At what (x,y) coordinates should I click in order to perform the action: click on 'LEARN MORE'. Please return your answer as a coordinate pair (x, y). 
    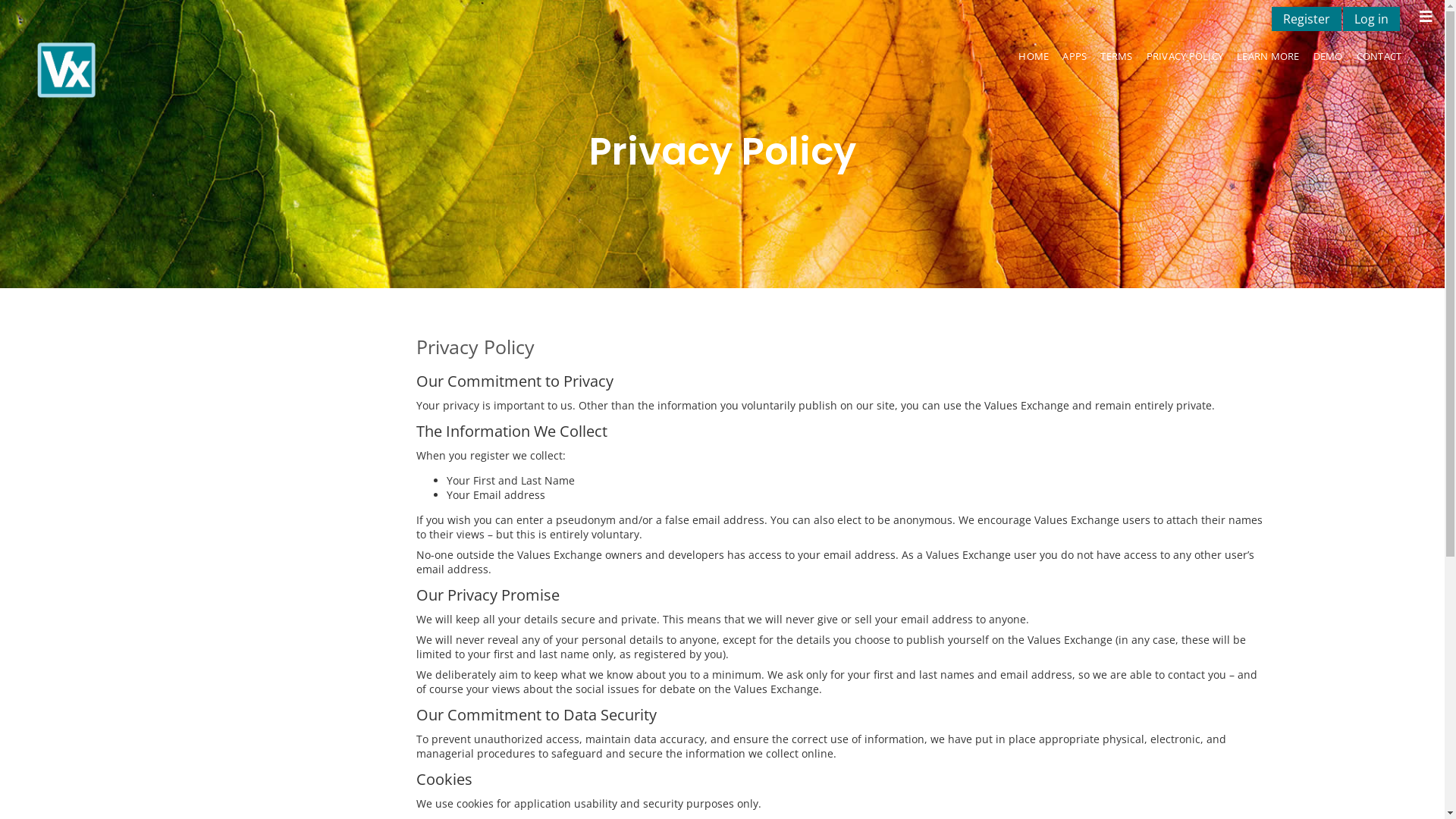
    Looking at the image, I should click on (1268, 55).